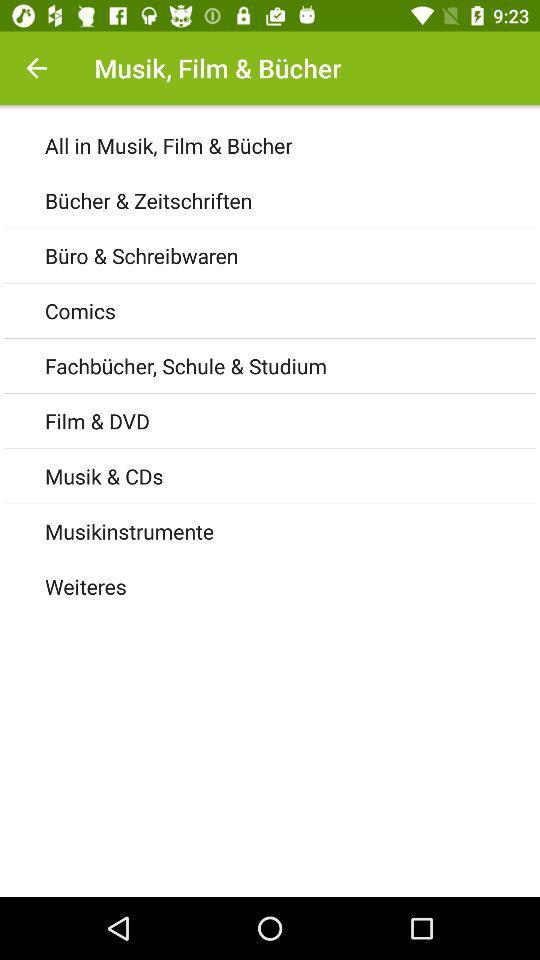 The height and width of the screenshot is (960, 540). I want to click on the icon above the all in musik, so click(36, 68).